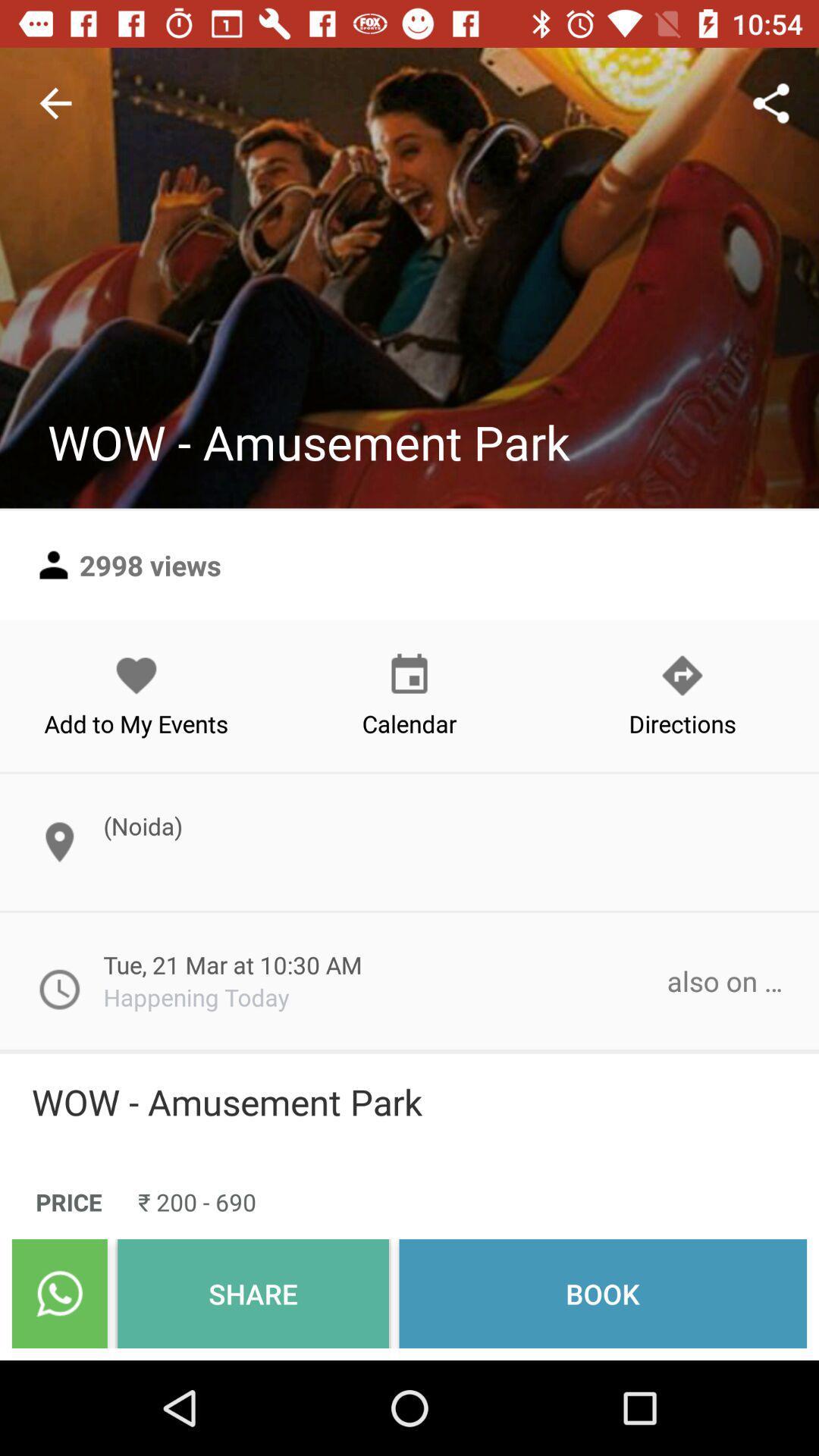 The height and width of the screenshot is (1456, 819). What do you see at coordinates (681, 695) in the screenshot?
I see `item to the right of calendar item` at bounding box center [681, 695].